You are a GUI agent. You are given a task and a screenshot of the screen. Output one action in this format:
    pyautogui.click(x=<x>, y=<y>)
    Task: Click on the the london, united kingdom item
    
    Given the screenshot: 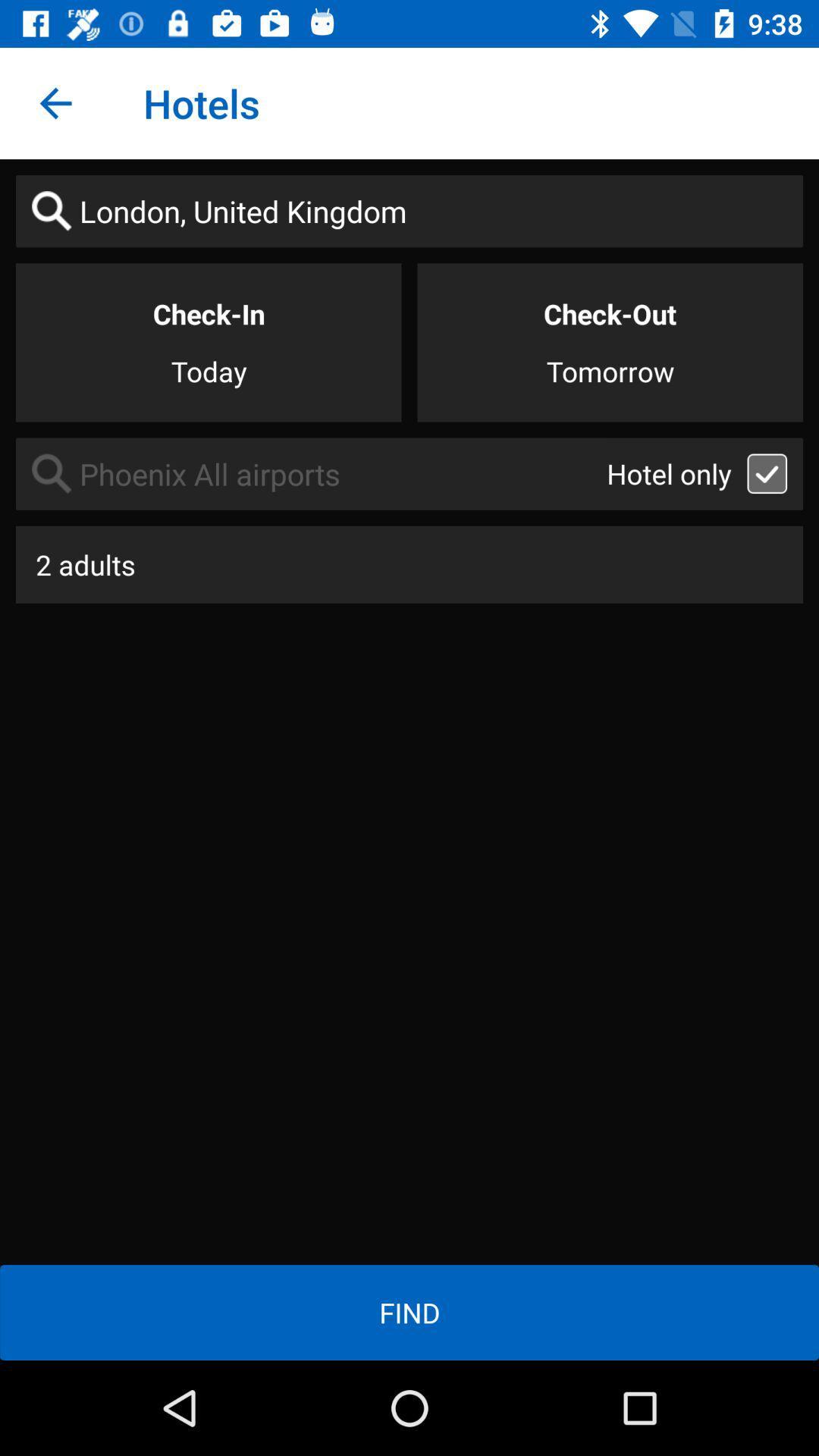 What is the action you would take?
    pyautogui.click(x=409, y=210)
    